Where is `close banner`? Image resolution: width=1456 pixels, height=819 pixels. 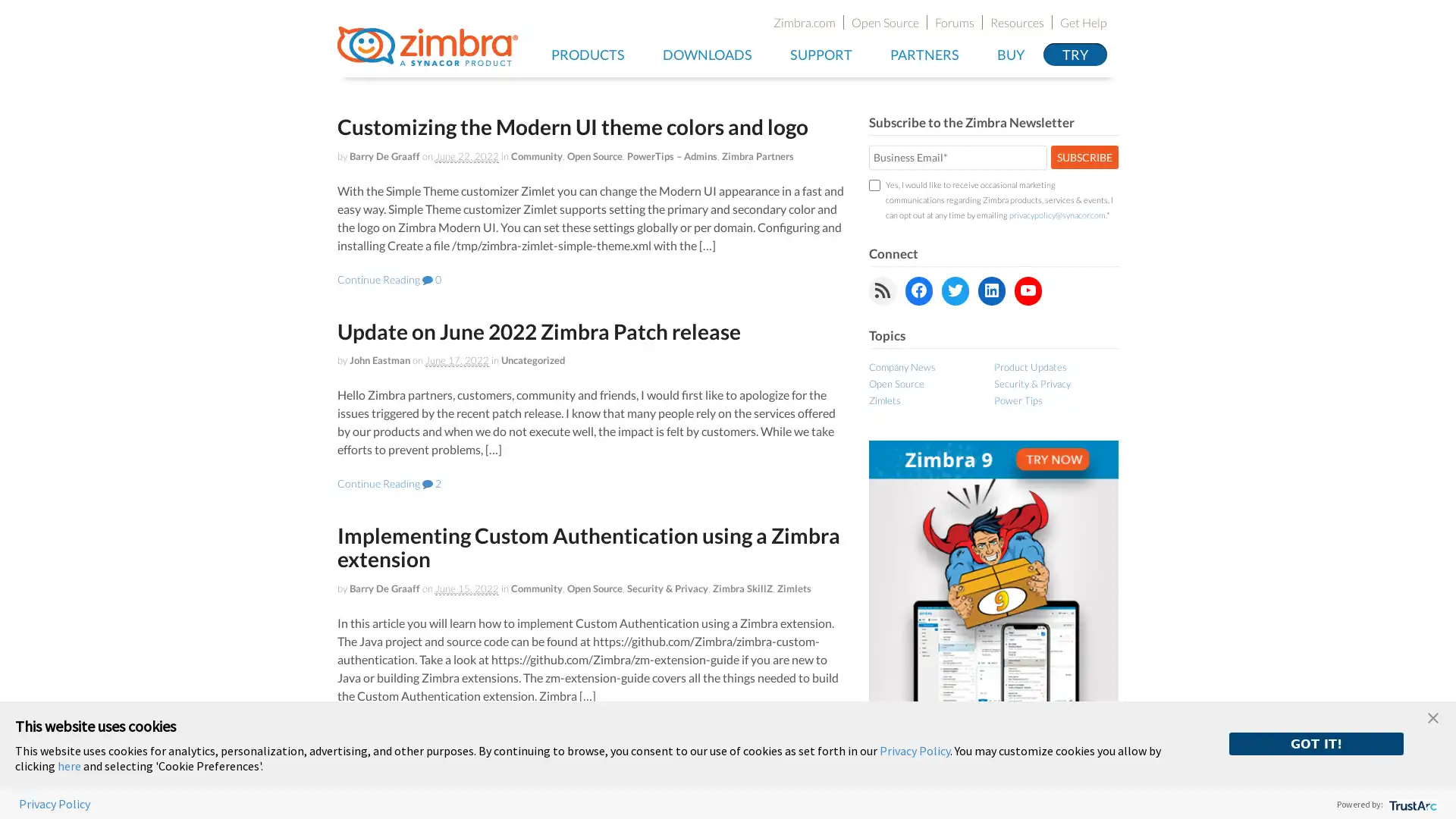
close banner is located at coordinates (1432, 716).